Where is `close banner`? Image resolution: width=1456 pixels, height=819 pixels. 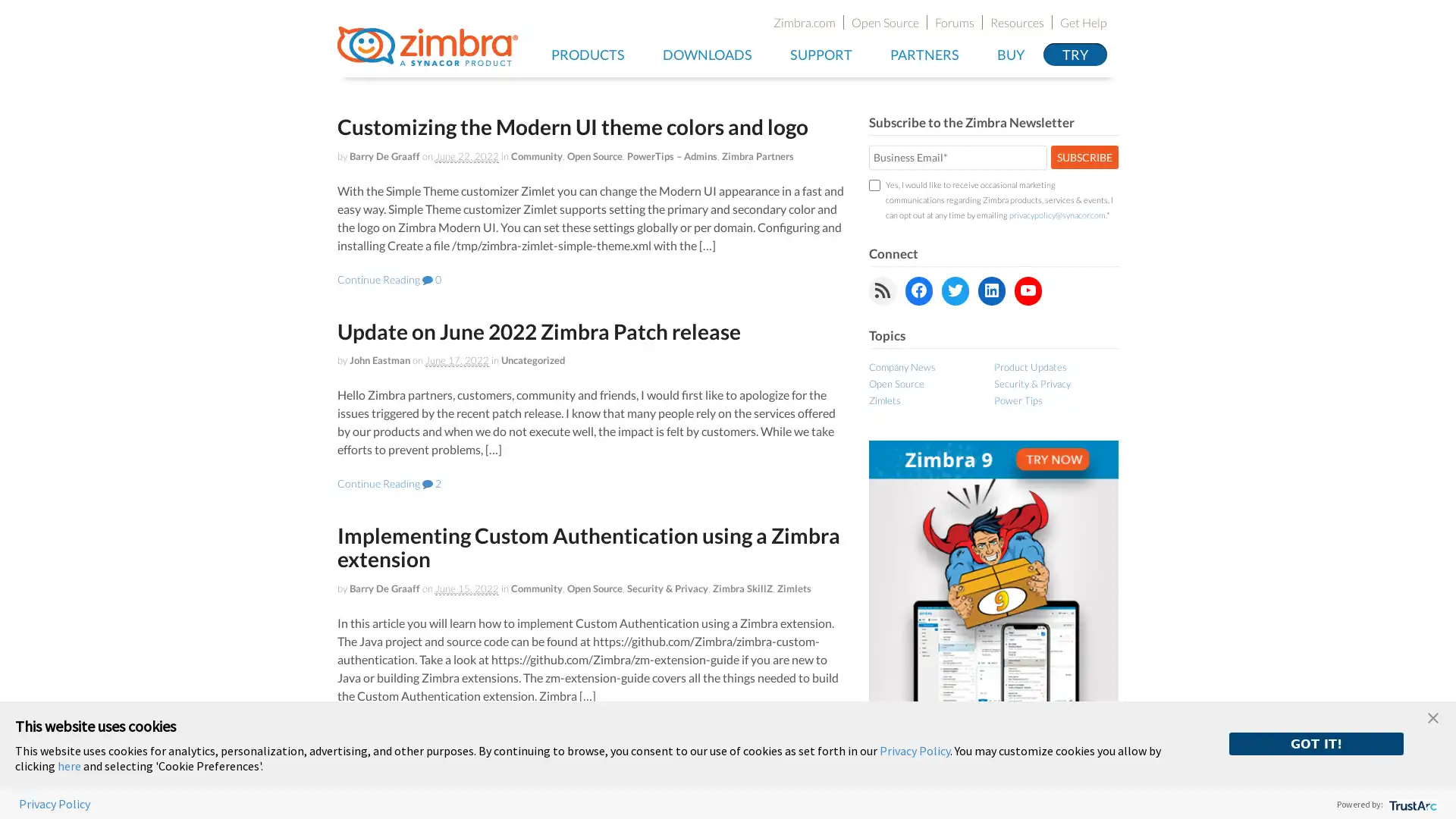
close banner is located at coordinates (1432, 716).